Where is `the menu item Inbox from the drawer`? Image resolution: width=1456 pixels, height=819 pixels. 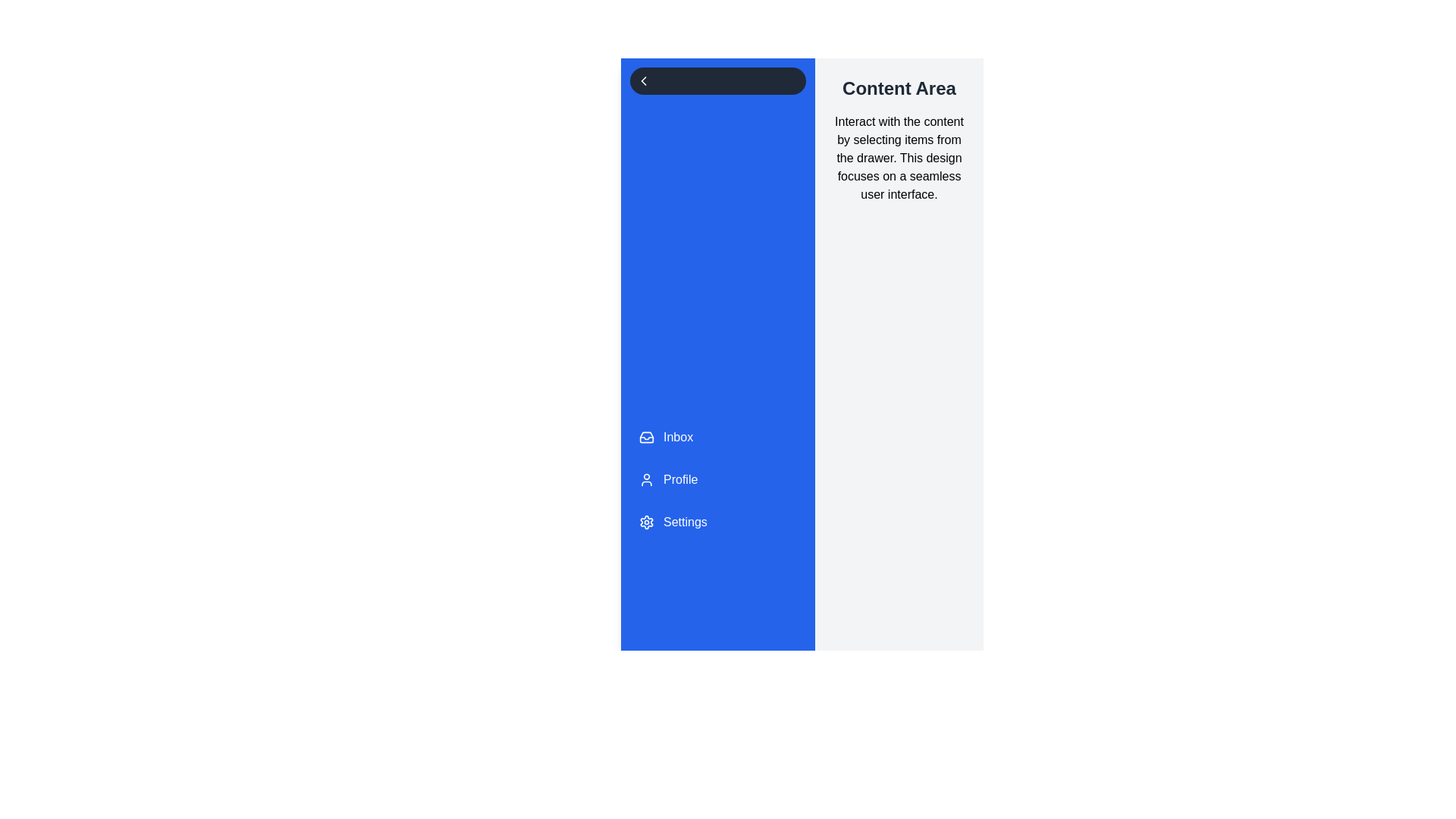
the menu item Inbox from the drawer is located at coordinates (717, 438).